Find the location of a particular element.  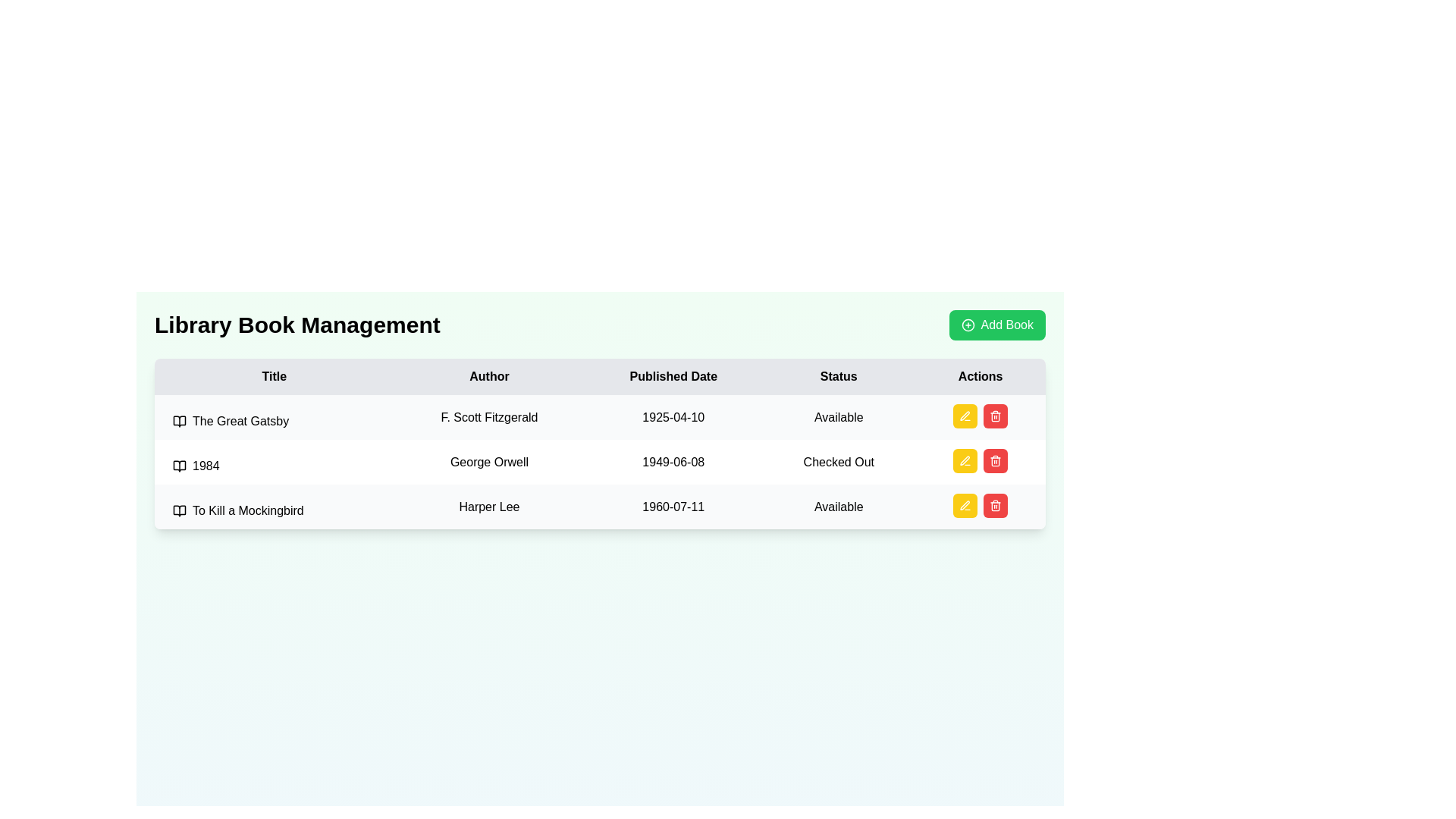

the pen icon in the 'Actions' column associated with the book '1984', which is the second graphical component of the SVG graphic is located at coordinates (964, 460).